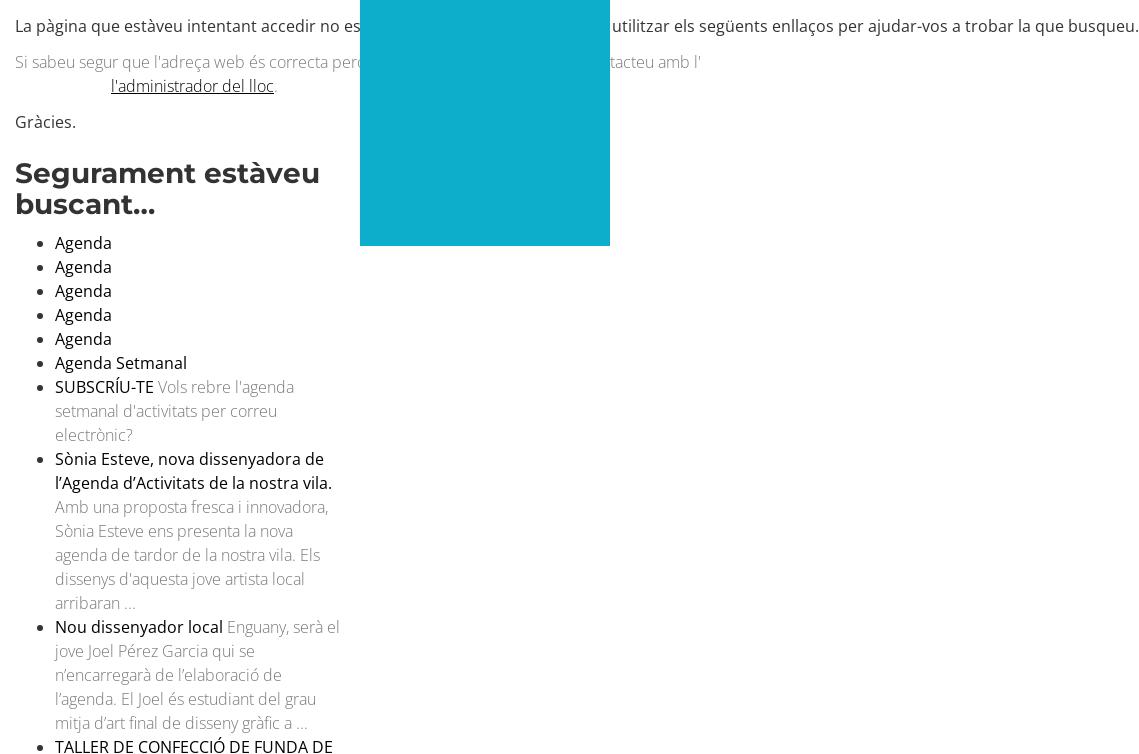 This screenshot has height=754, width=1139. I want to click on 'Segurament estàveu buscant…', so click(167, 187).